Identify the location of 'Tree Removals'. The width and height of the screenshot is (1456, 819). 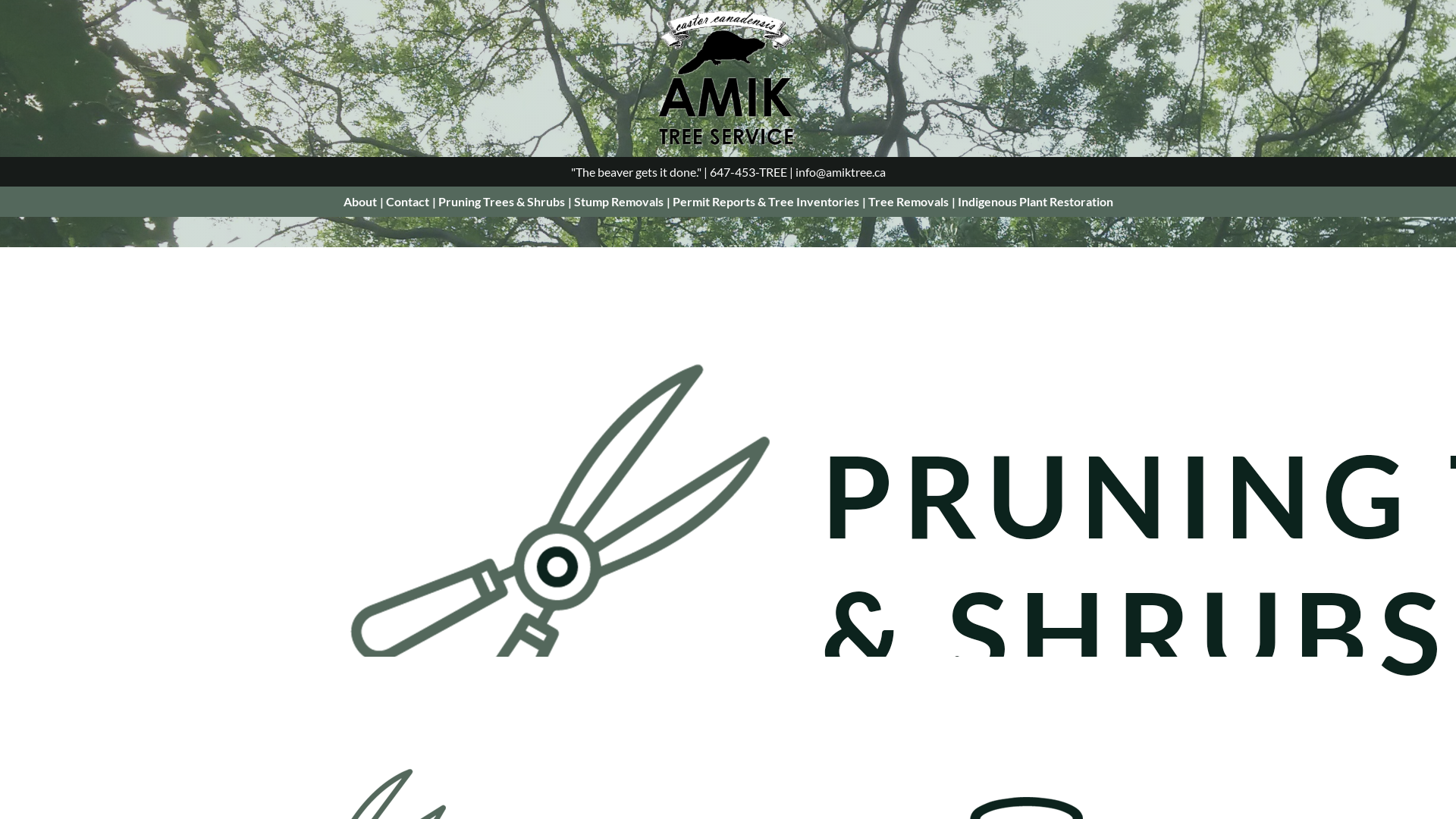
(907, 200).